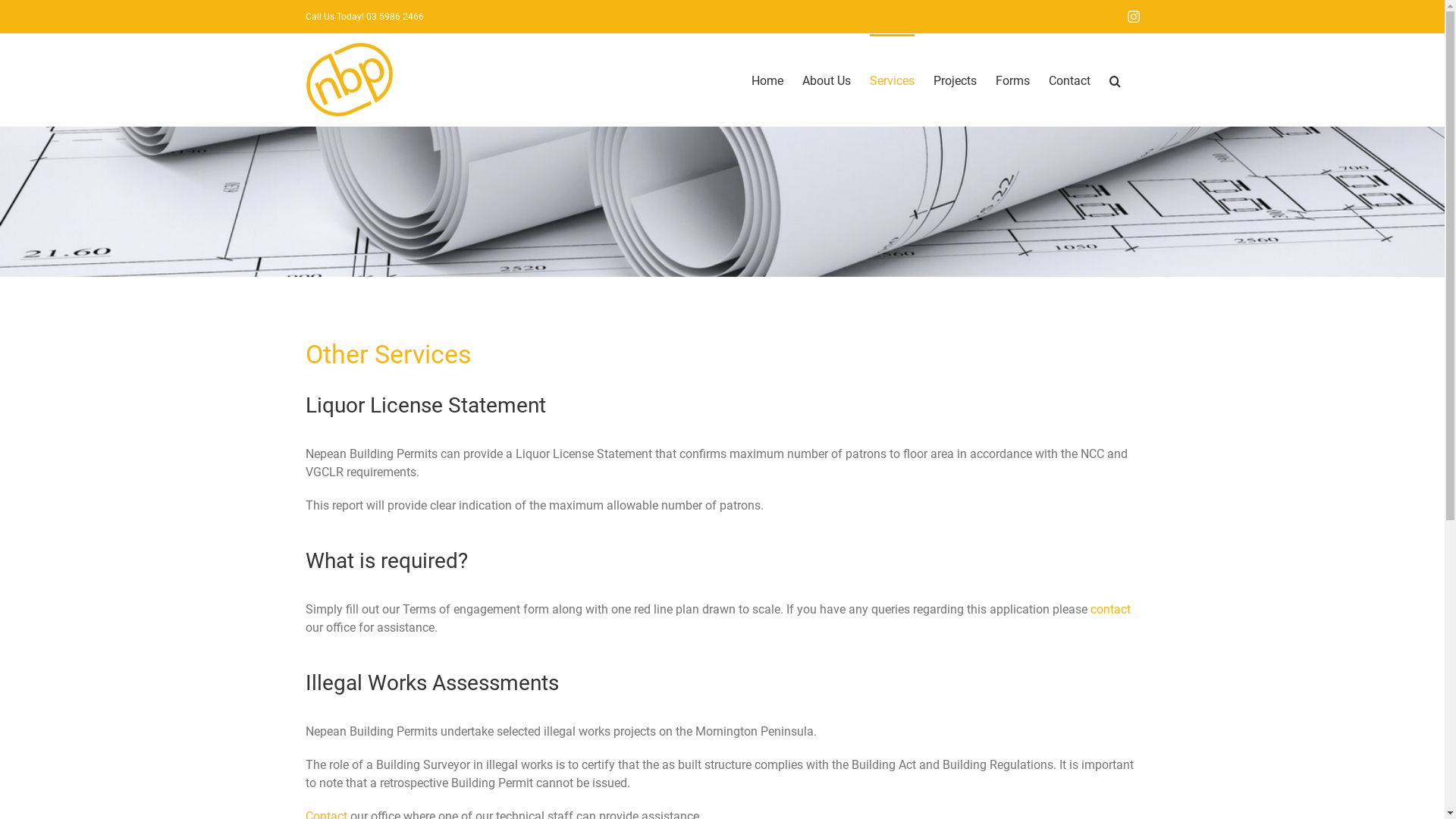 The image size is (1456, 819). I want to click on 'Search', so click(1114, 79).